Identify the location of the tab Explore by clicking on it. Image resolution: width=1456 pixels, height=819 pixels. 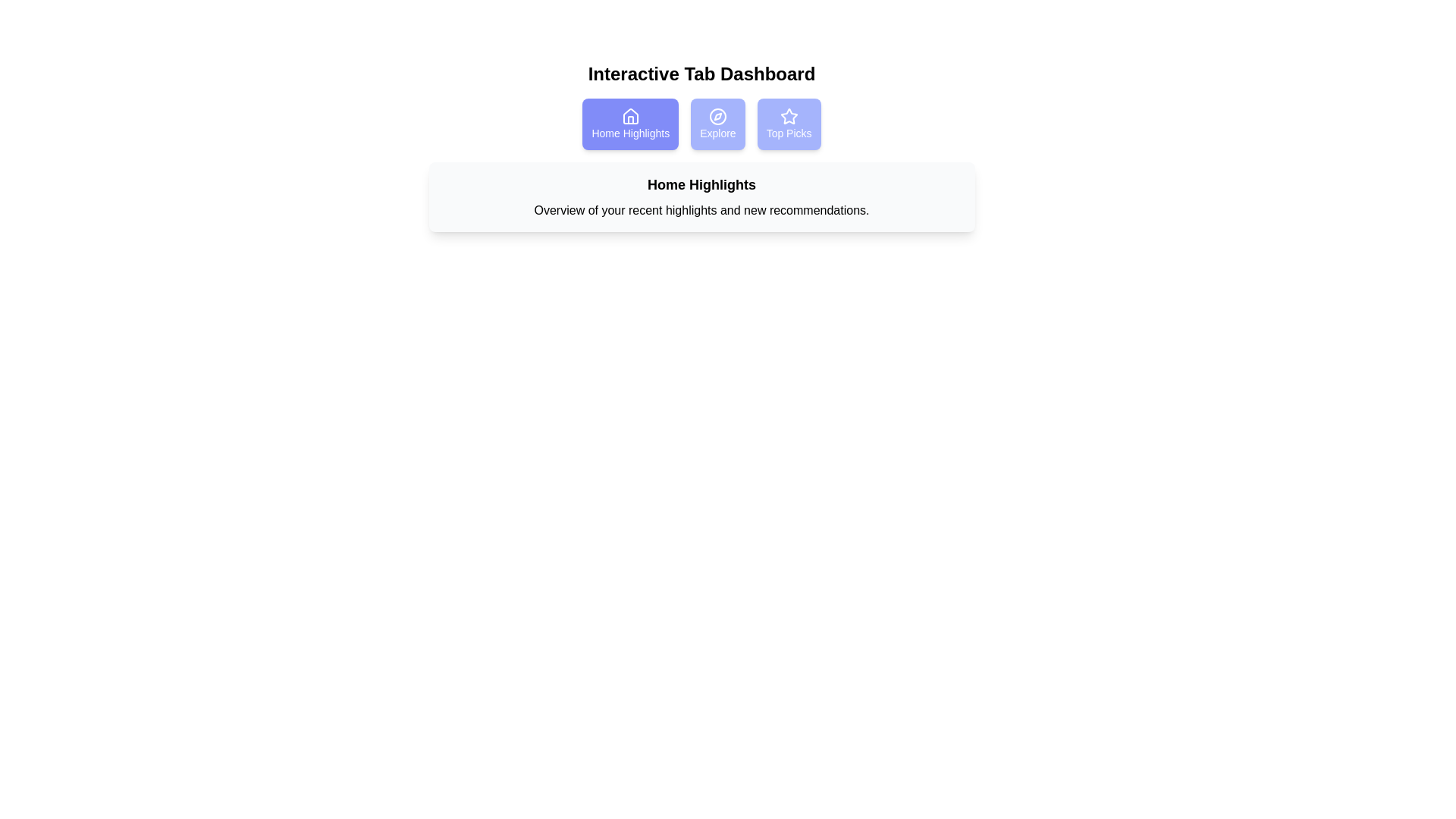
(717, 124).